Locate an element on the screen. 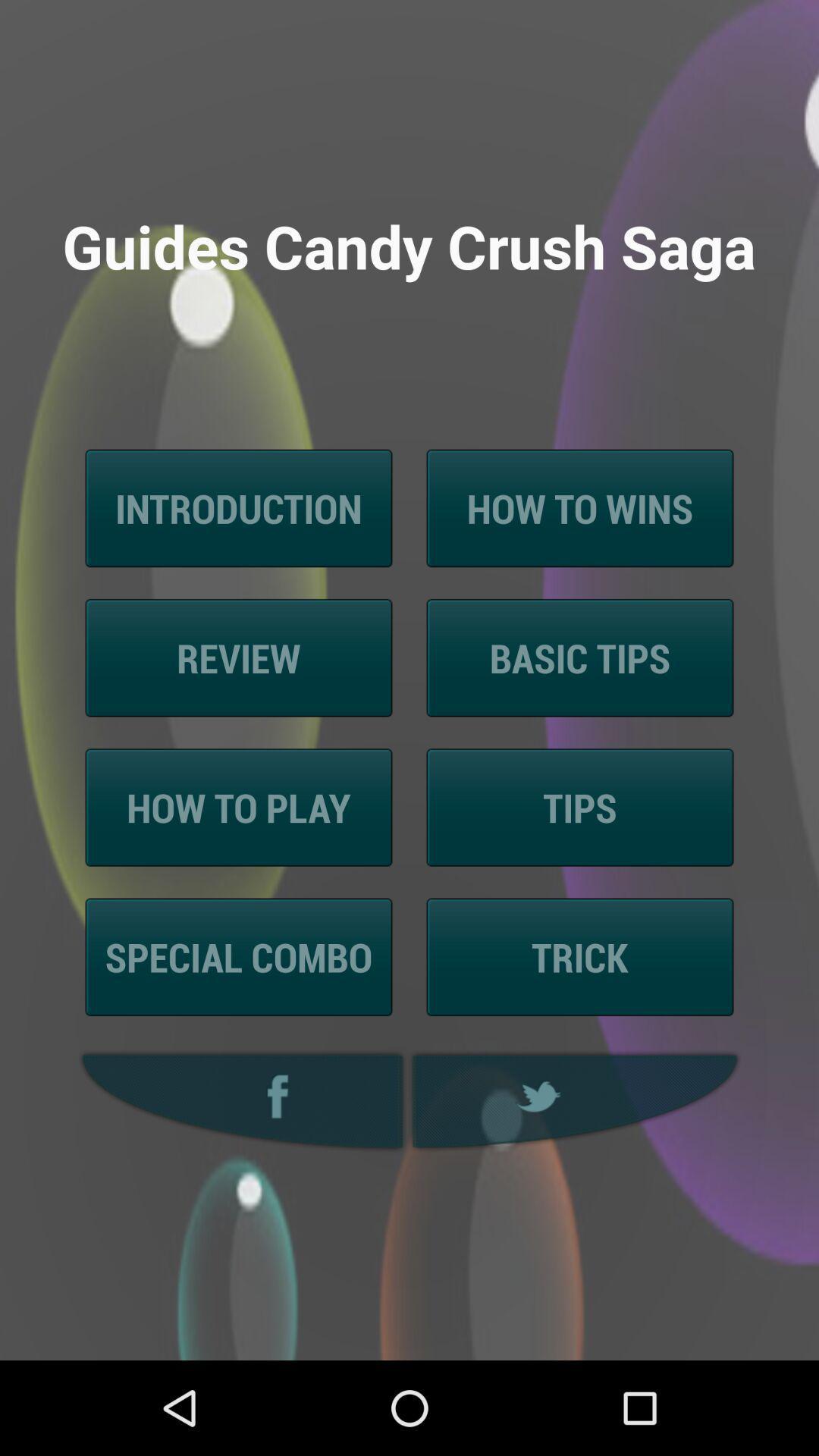 Image resolution: width=819 pixels, height=1456 pixels. item next to trick item is located at coordinates (239, 956).